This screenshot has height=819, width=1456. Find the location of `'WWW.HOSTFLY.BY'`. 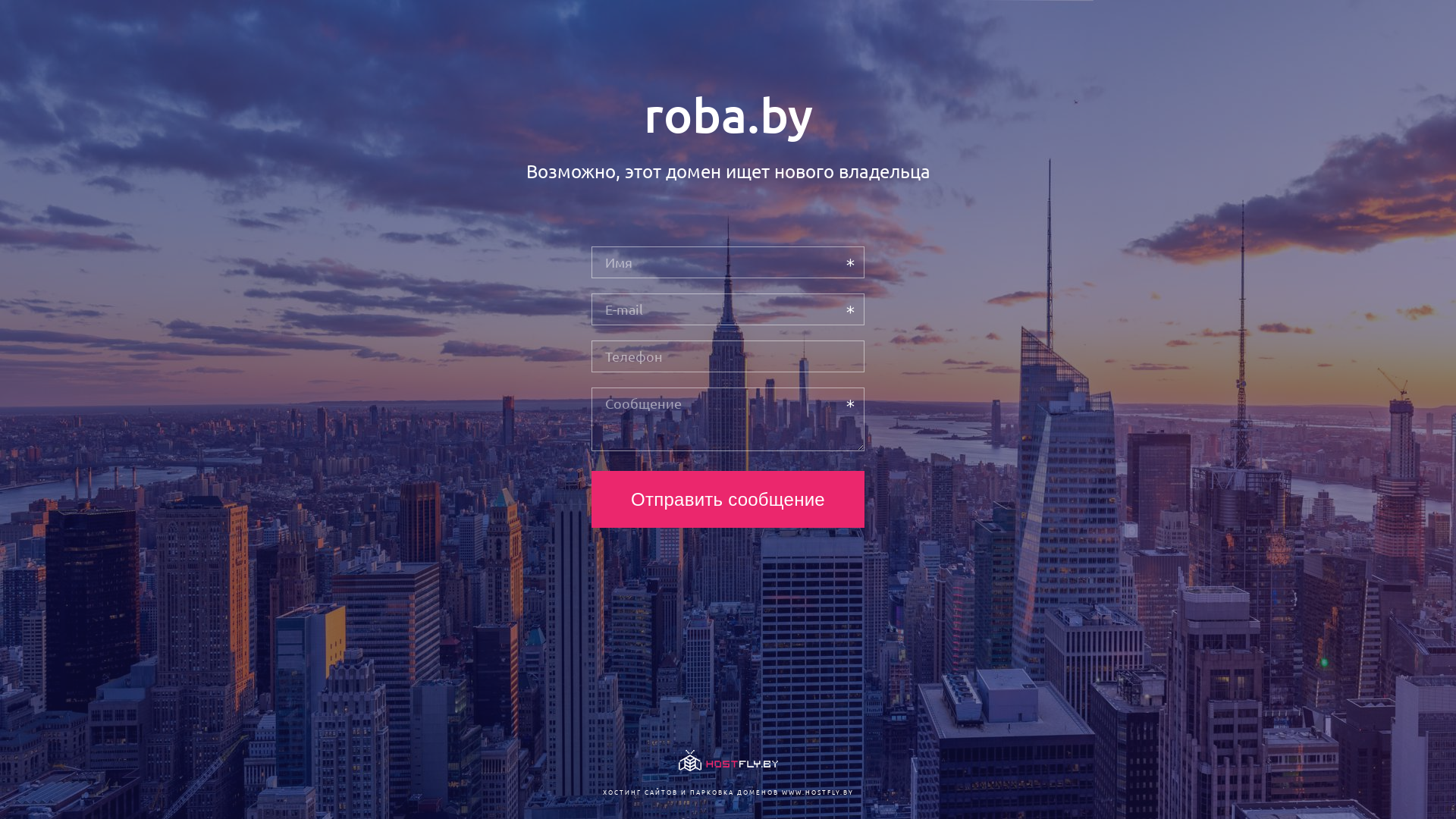

'WWW.HOSTFLY.BY' is located at coordinates (816, 791).